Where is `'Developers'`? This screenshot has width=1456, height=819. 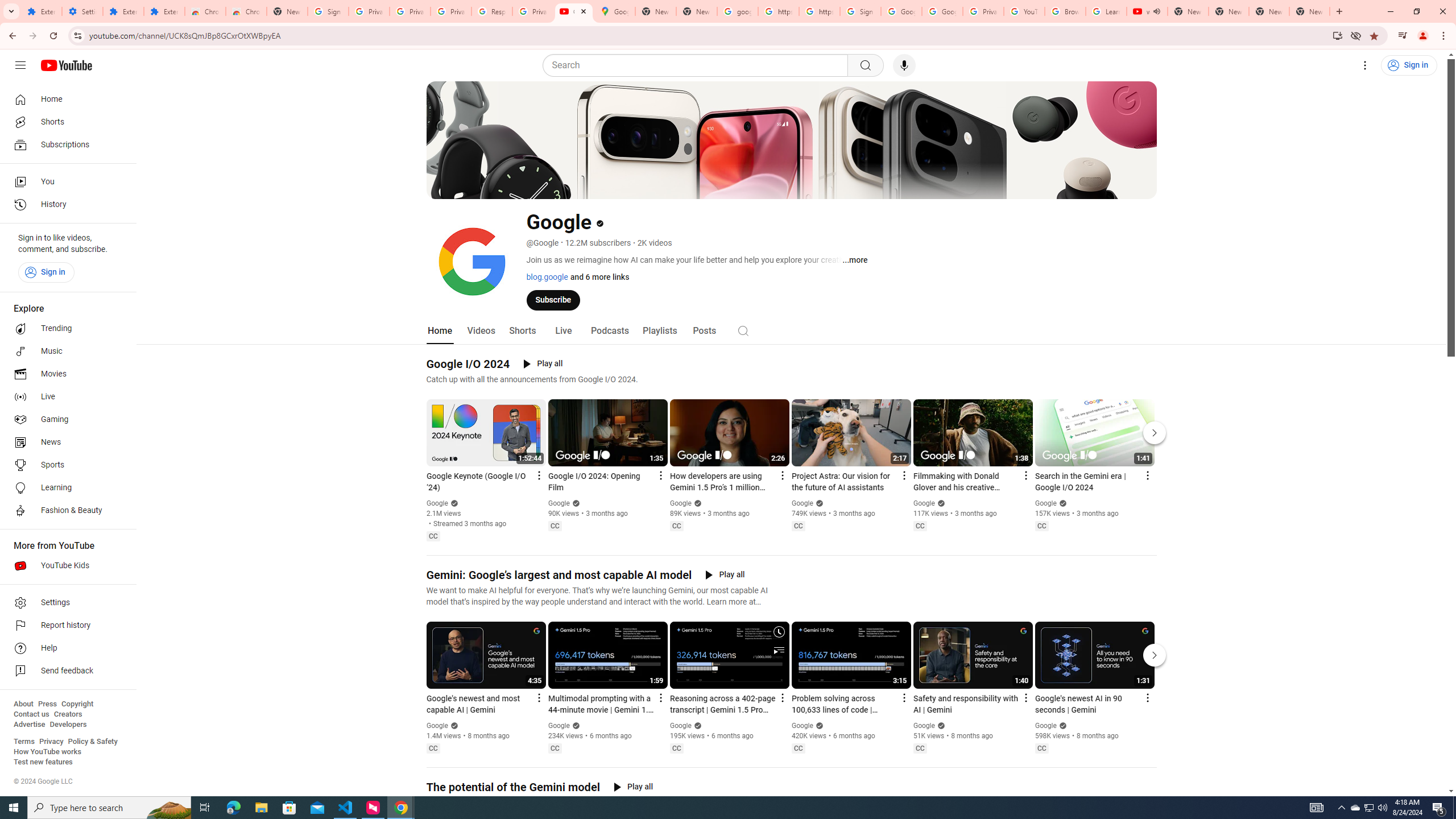 'Developers' is located at coordinates (68, 723).